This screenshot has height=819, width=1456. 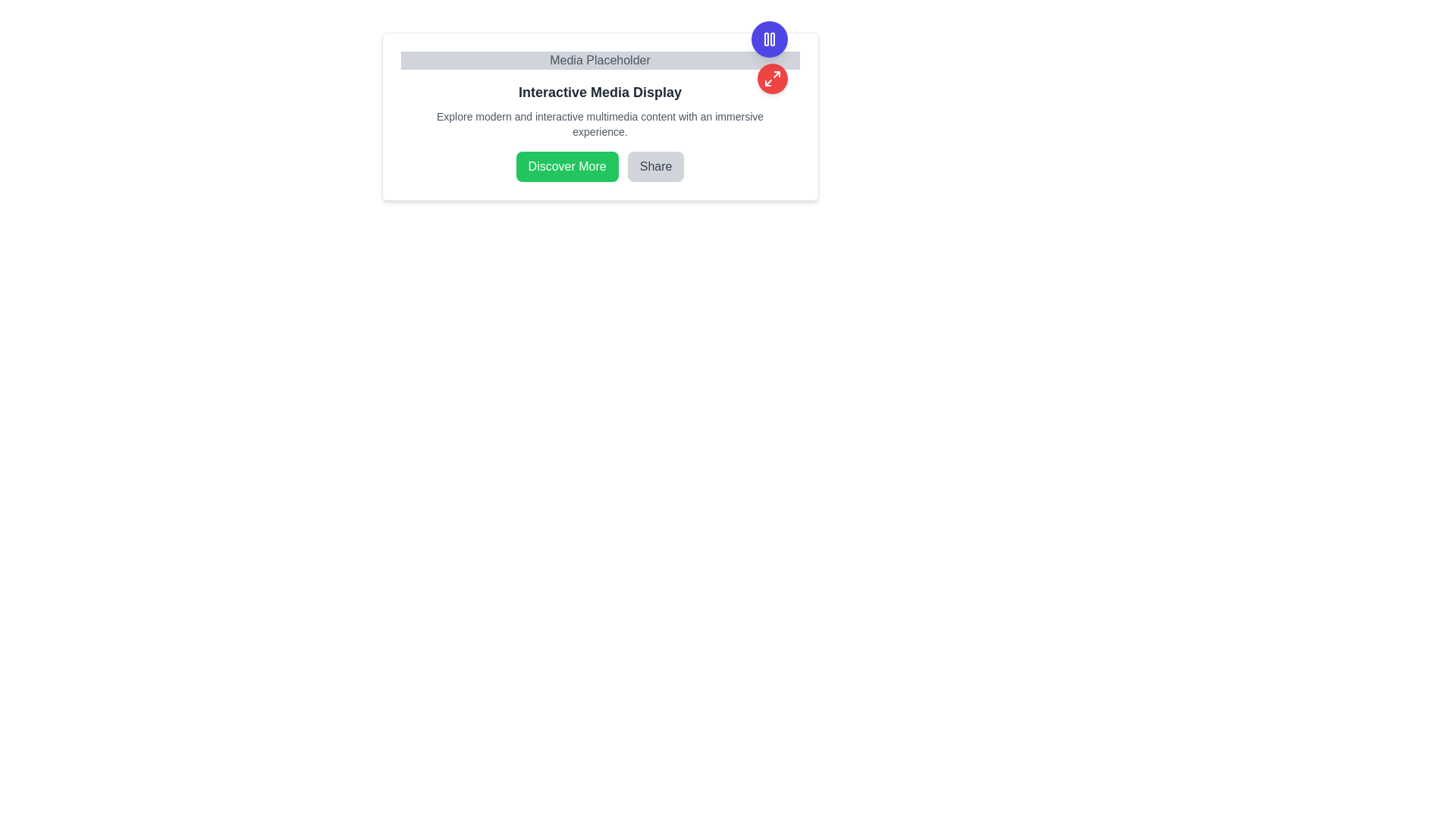 I want to click on the pause media playback icon located in the bottom-right corner circular button of the interface, so click(x=769, y=38).